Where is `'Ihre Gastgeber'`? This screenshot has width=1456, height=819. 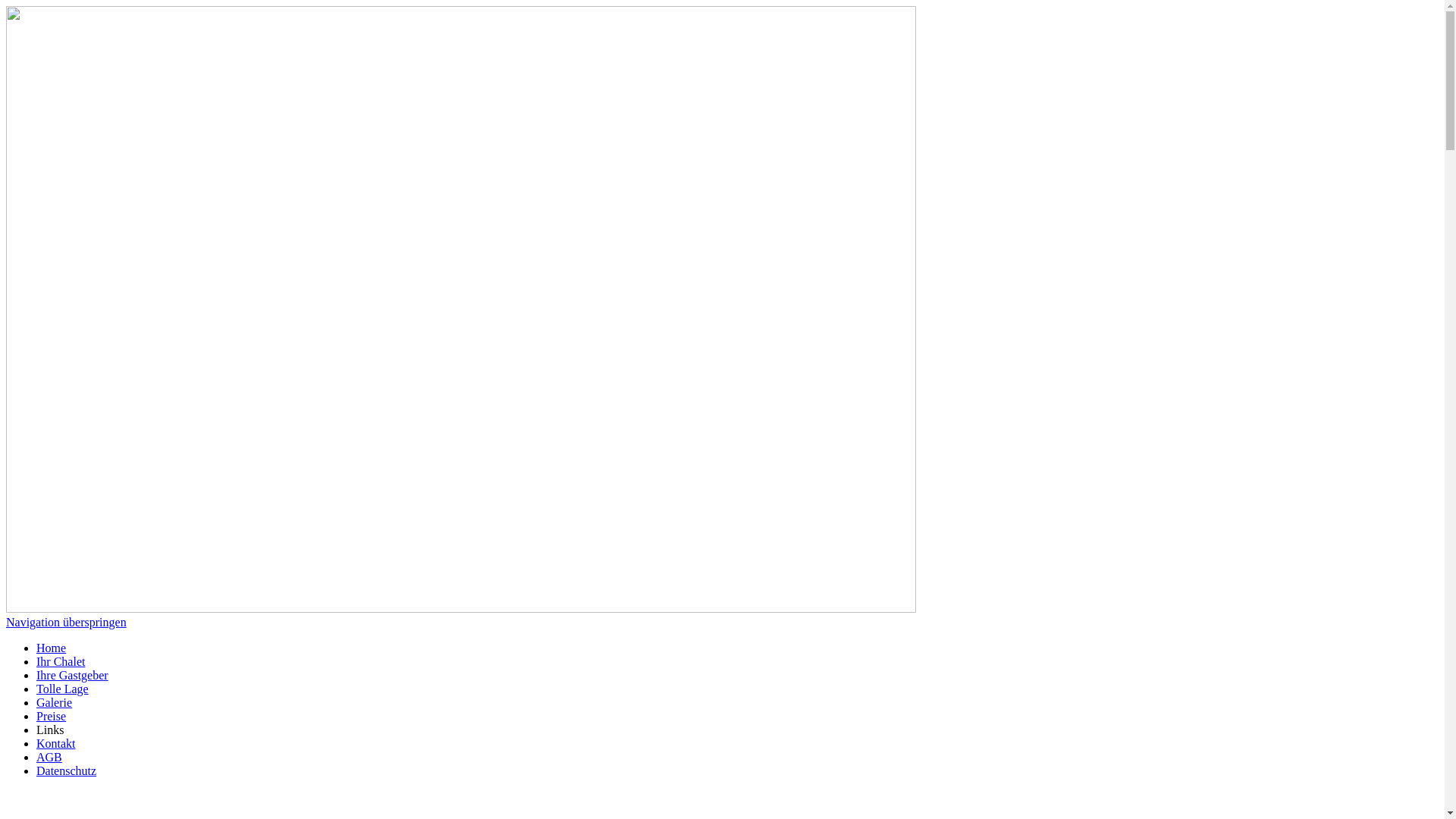 'Ihre Gastgeber' is located at coordinates (36, 674).